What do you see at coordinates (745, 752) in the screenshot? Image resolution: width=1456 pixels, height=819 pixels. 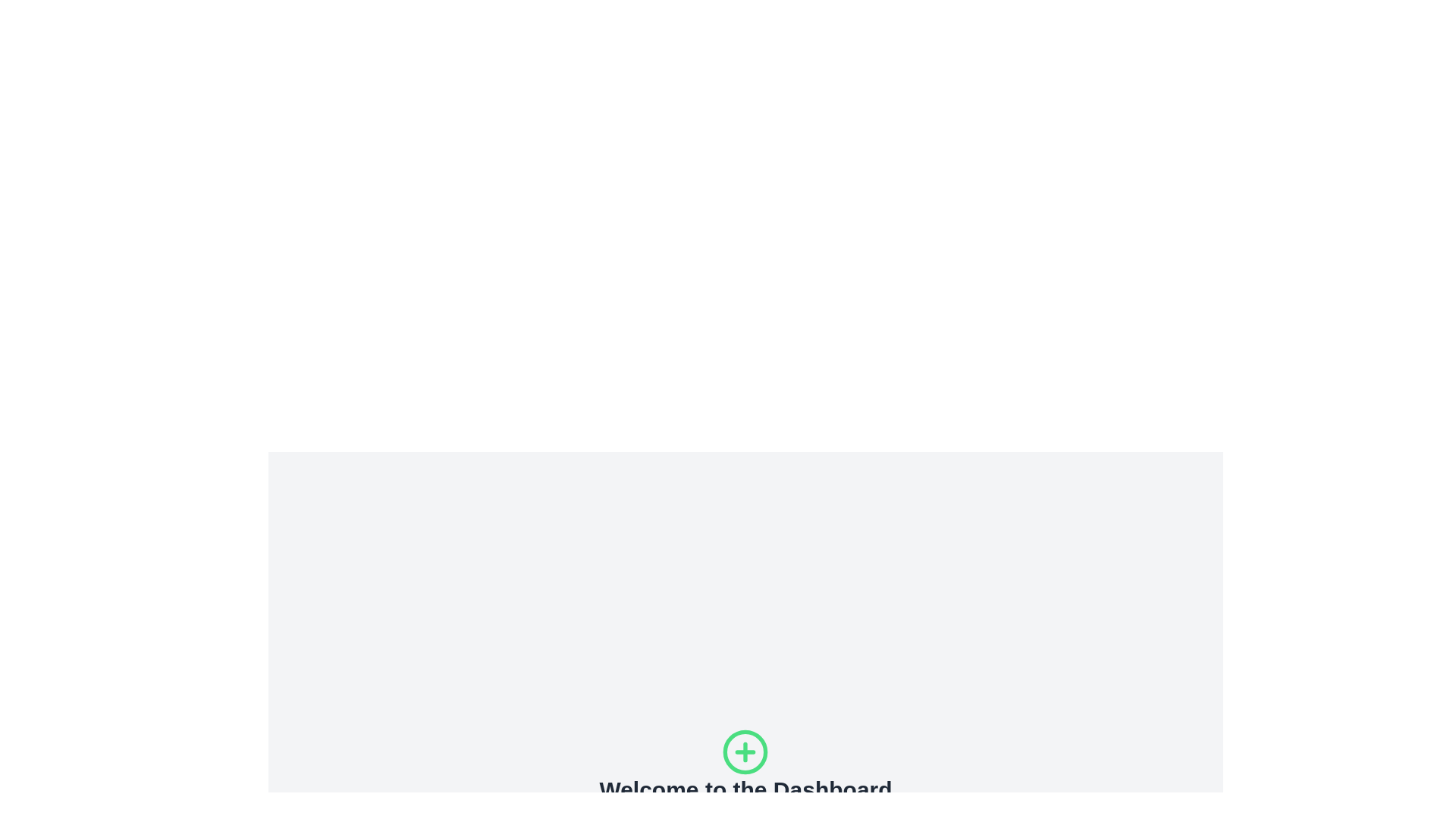 I see `the Circle Button with Plus Icon located centrally in the dashboard introduction section to initiate an action` at bounding box center [745, 752].